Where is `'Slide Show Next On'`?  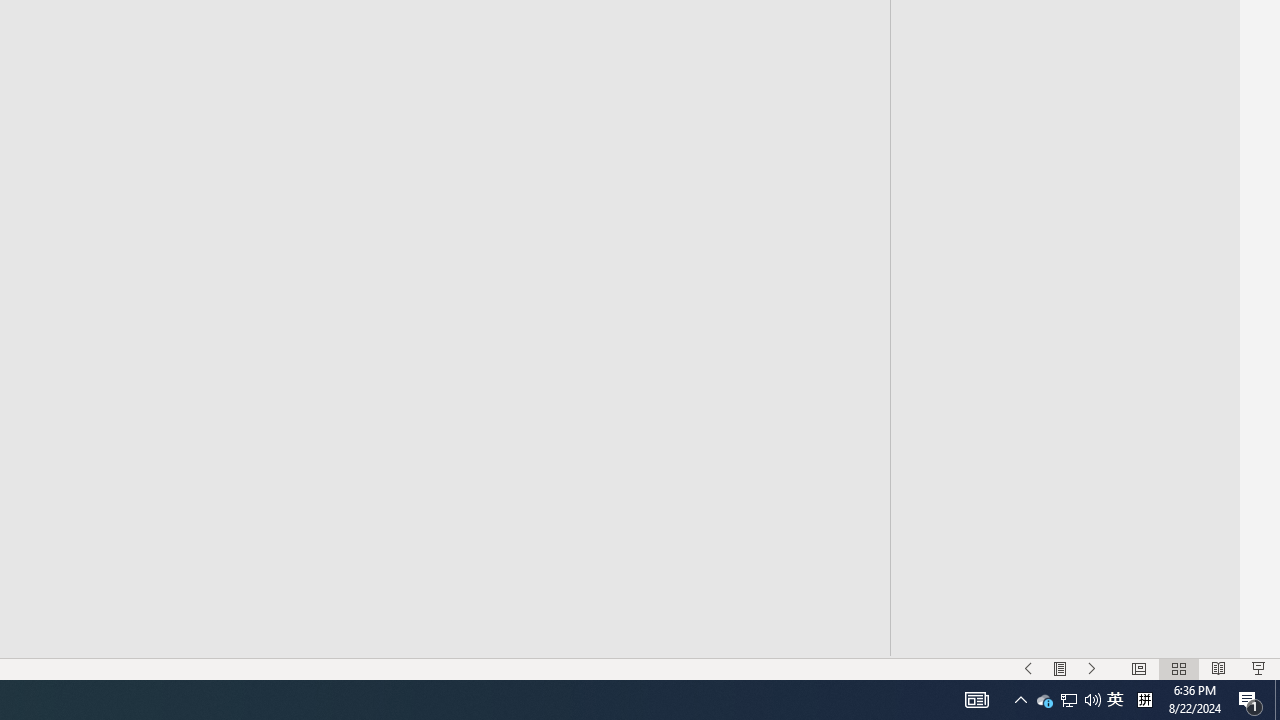 'Slide Show Next On' is located at coordinates (1091, 669).